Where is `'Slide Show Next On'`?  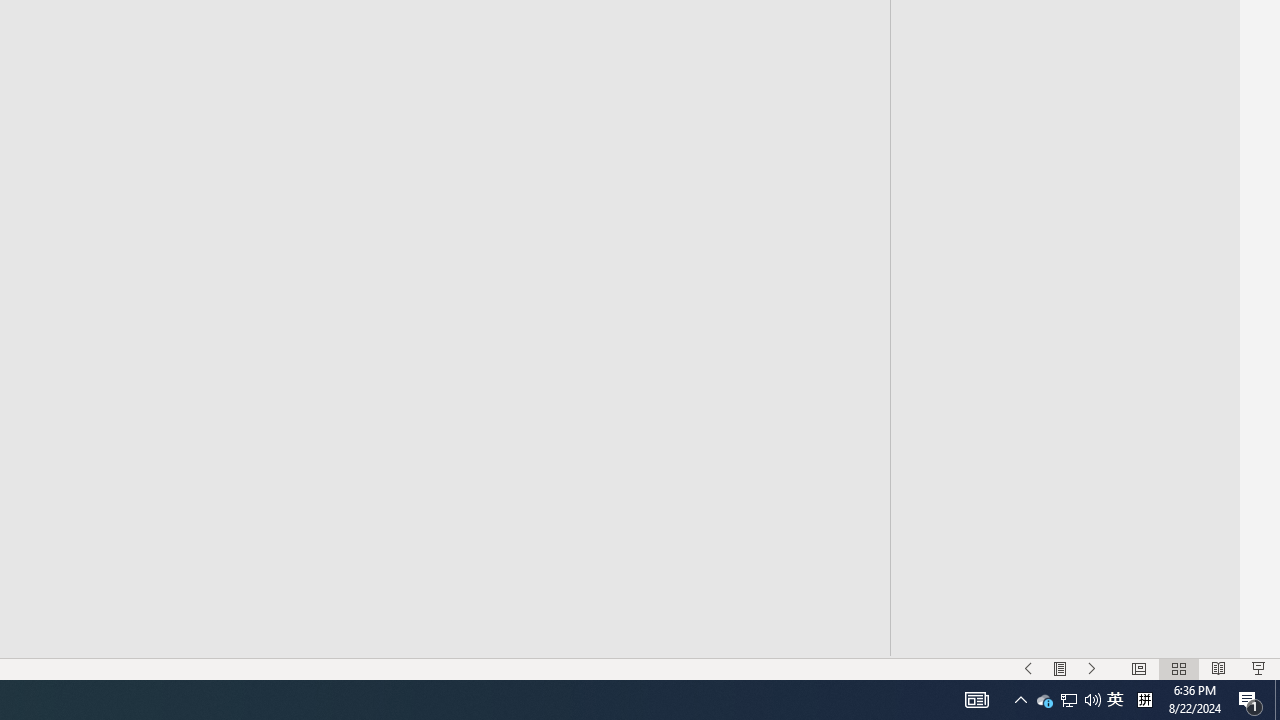 'Slide Show Next On' is located at coordinates (1091, 669).